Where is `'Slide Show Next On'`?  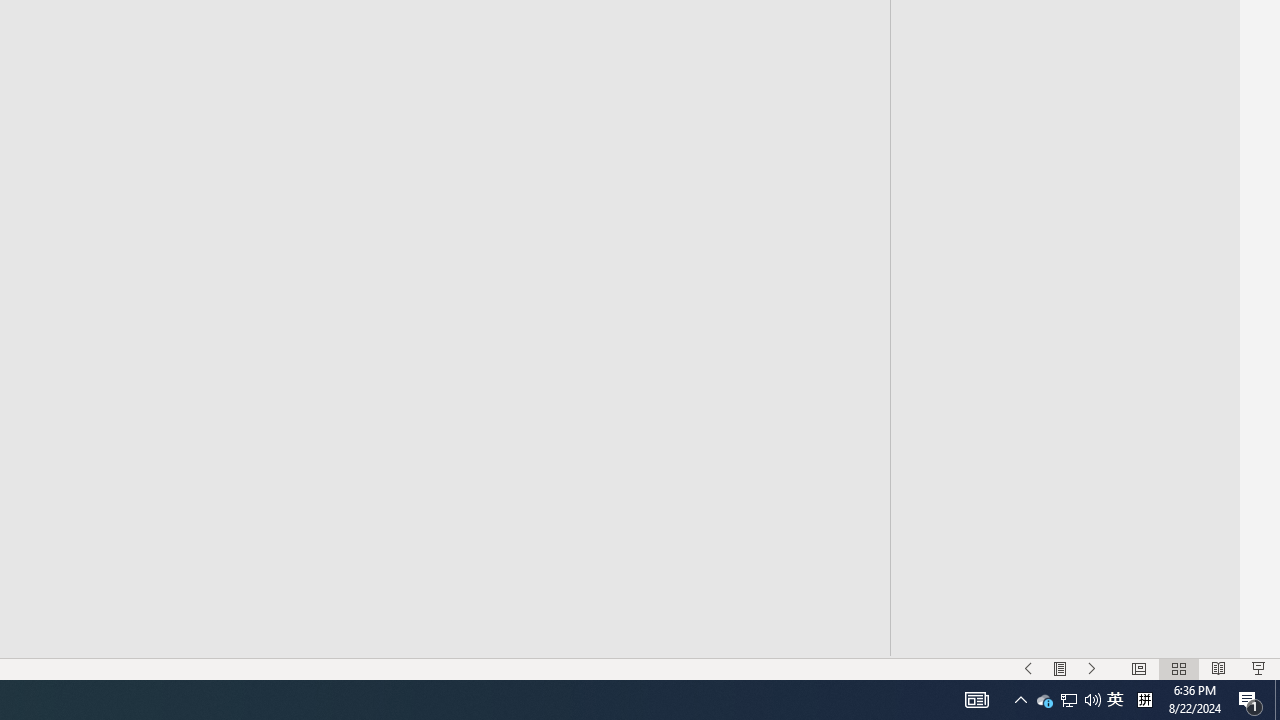 'Slide Show Next On' is located at coordinates (1091, 669).